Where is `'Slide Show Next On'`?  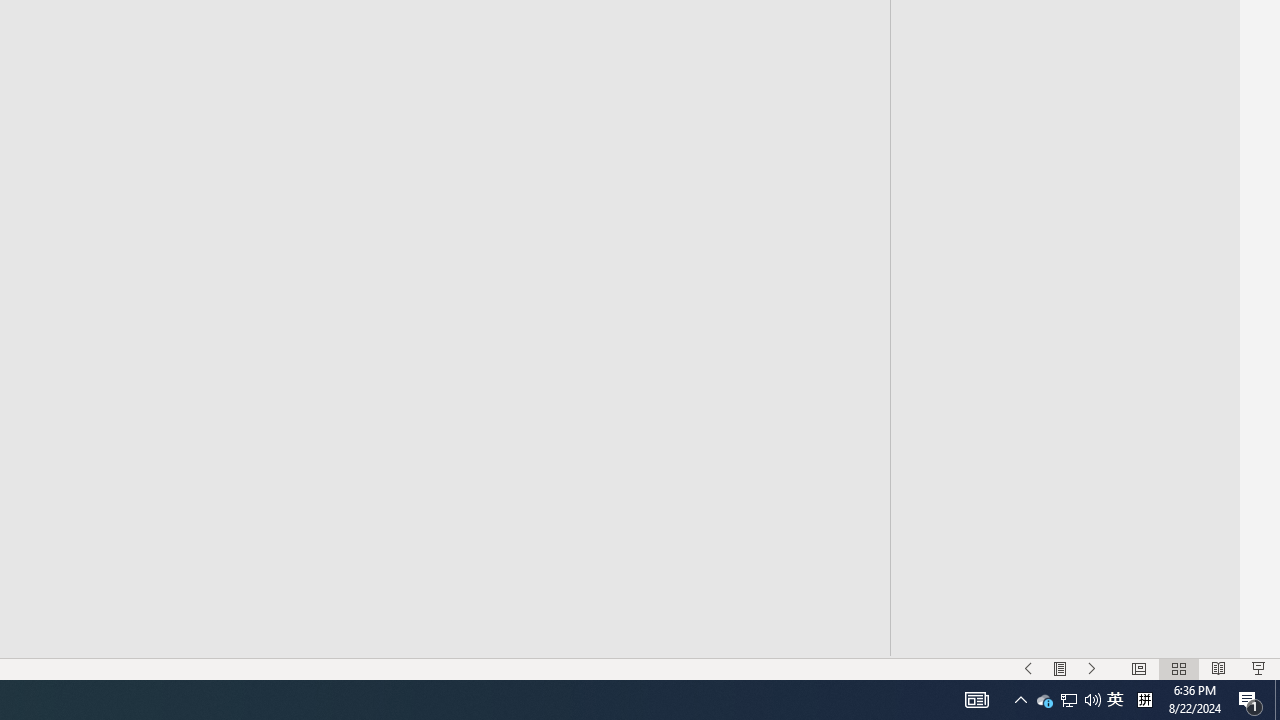 'Slide Show Next On' is located at coordinates (1091, 669).